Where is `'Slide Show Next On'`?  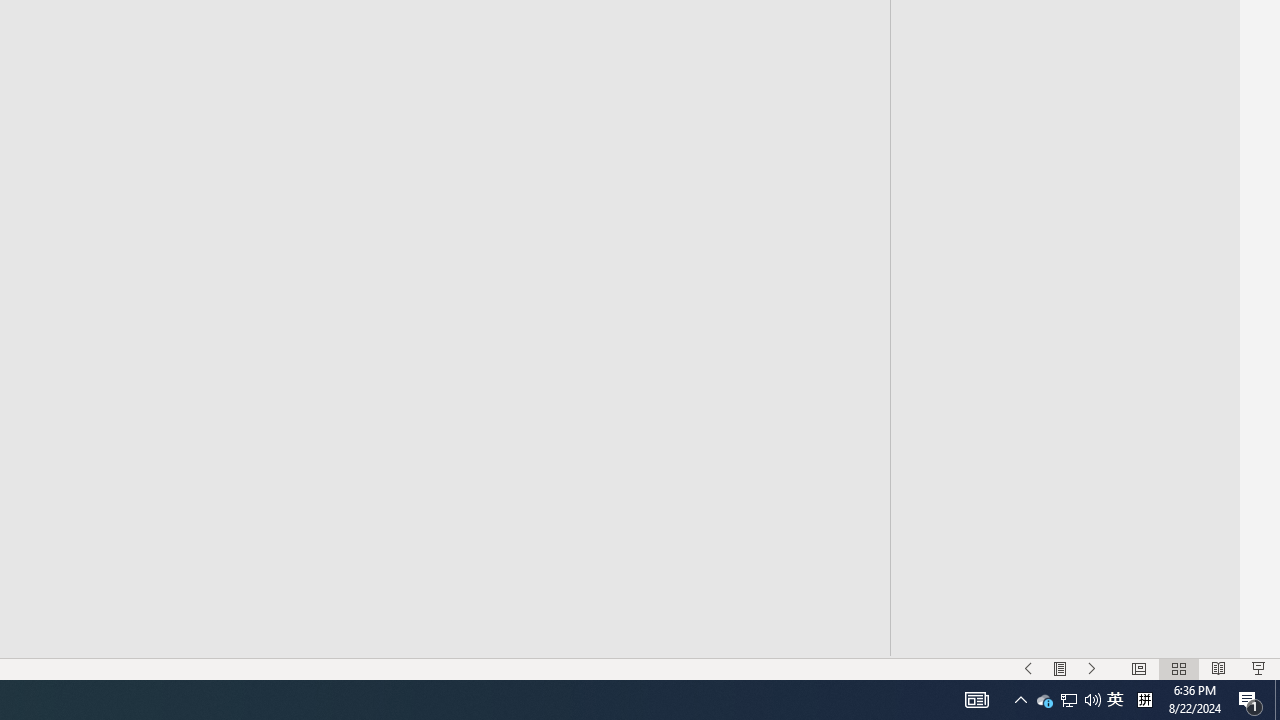 'Slide Show Next On' is located at coordinates (1091, 669).